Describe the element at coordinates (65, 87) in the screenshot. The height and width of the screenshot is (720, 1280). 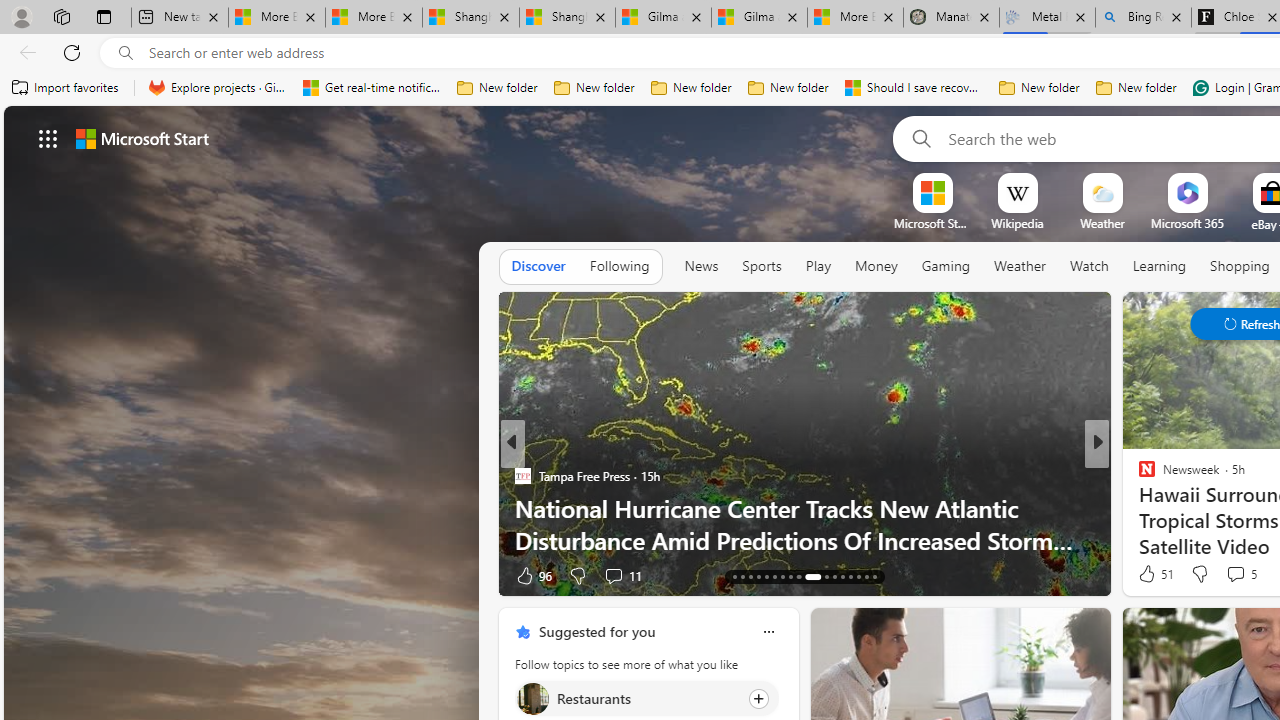
I see `'Import favorites'` at that location.